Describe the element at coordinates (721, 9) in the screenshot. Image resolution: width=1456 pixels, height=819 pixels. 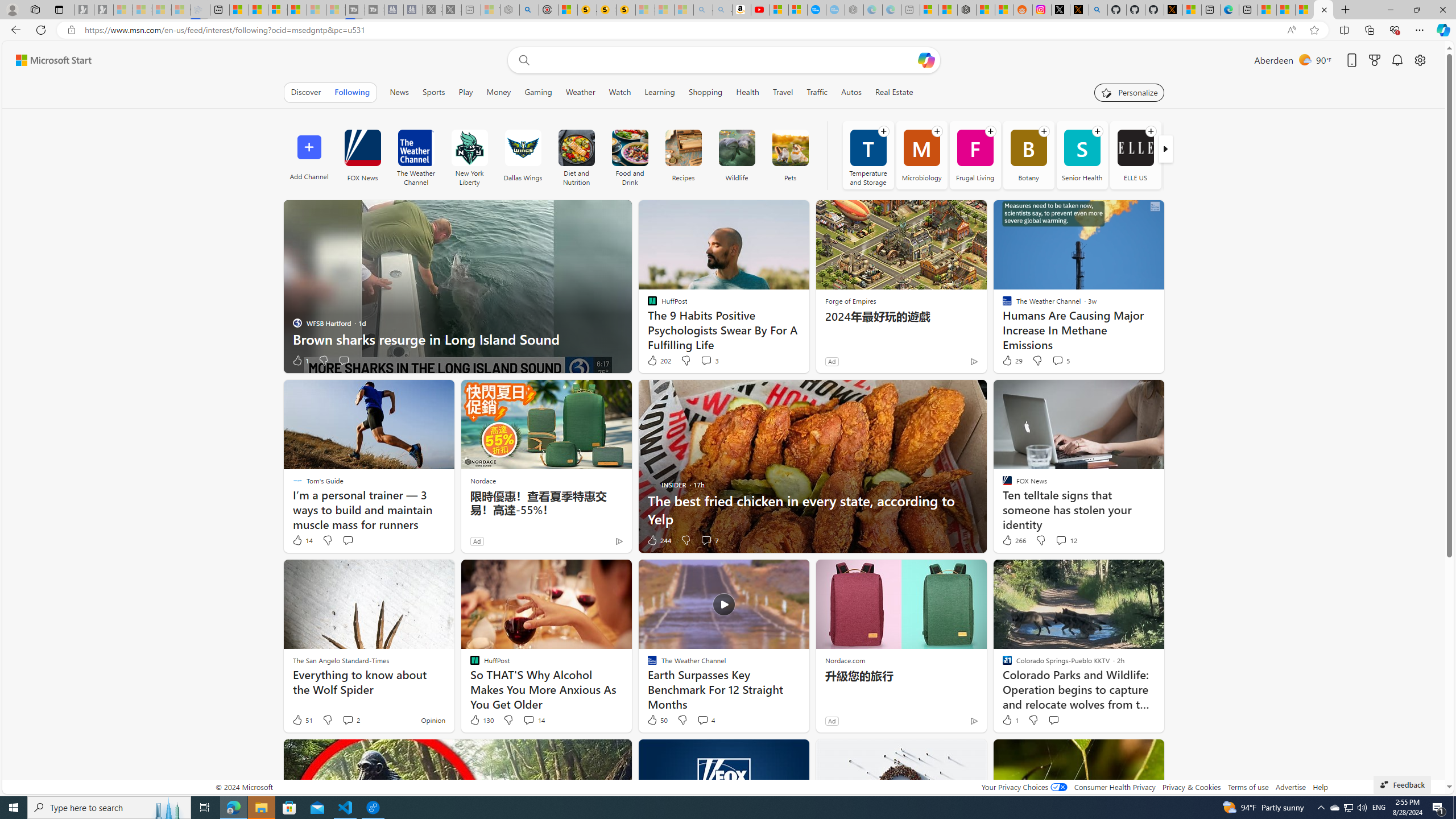
I see `'Amazon Echo Dot PNG - Search Images - Sleeping'` at that location.